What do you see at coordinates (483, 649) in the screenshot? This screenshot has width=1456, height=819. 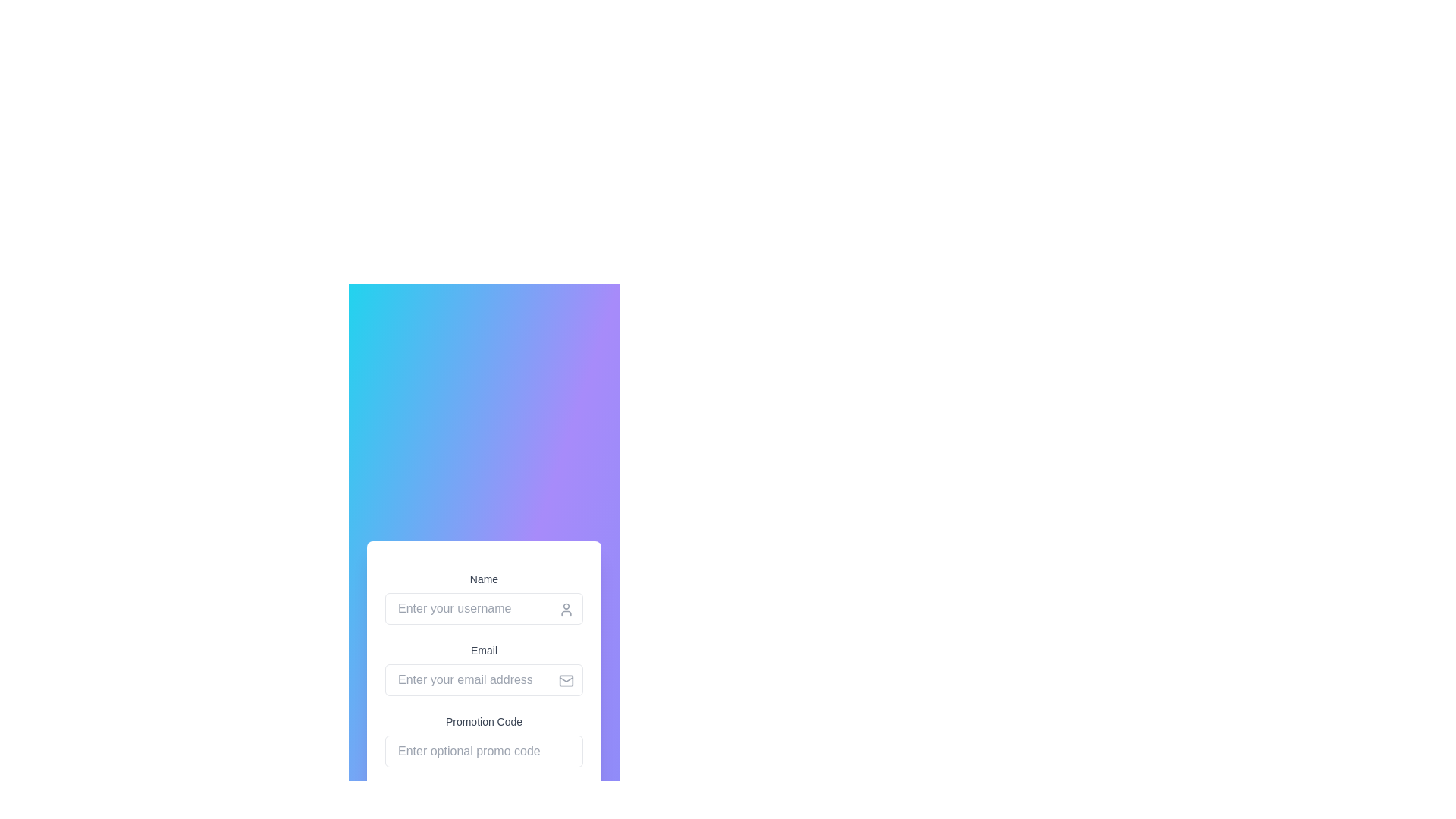 I see `the text label displaying 'Email', which is centered above the email input field in a form` at bounding box center [483, 649].